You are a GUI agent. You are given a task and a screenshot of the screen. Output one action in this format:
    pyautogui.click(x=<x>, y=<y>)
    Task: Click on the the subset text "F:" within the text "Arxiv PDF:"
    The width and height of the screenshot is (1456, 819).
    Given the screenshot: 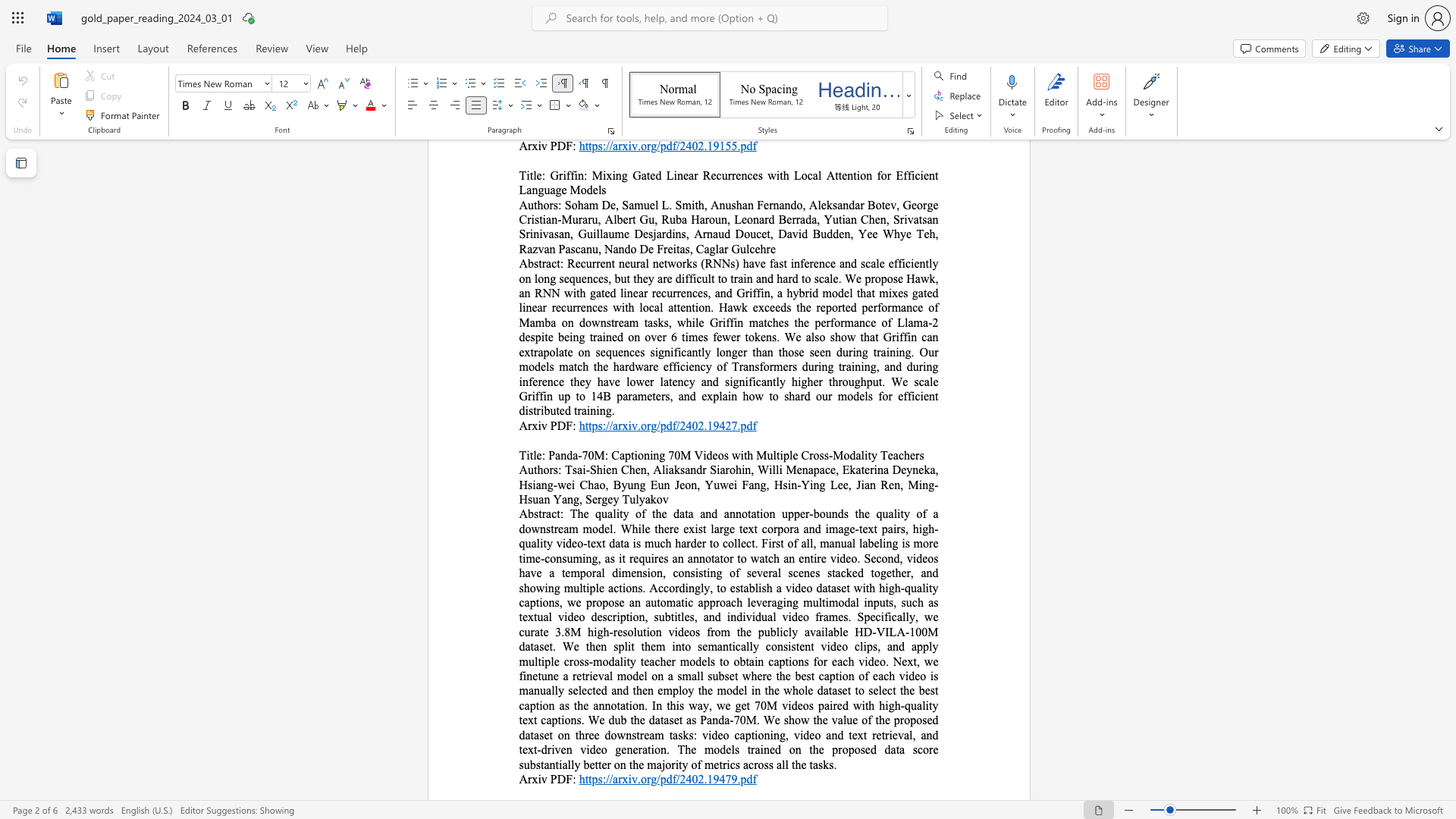 What is the action you would take?
    pyautogui.click(x=565, y=779)
    